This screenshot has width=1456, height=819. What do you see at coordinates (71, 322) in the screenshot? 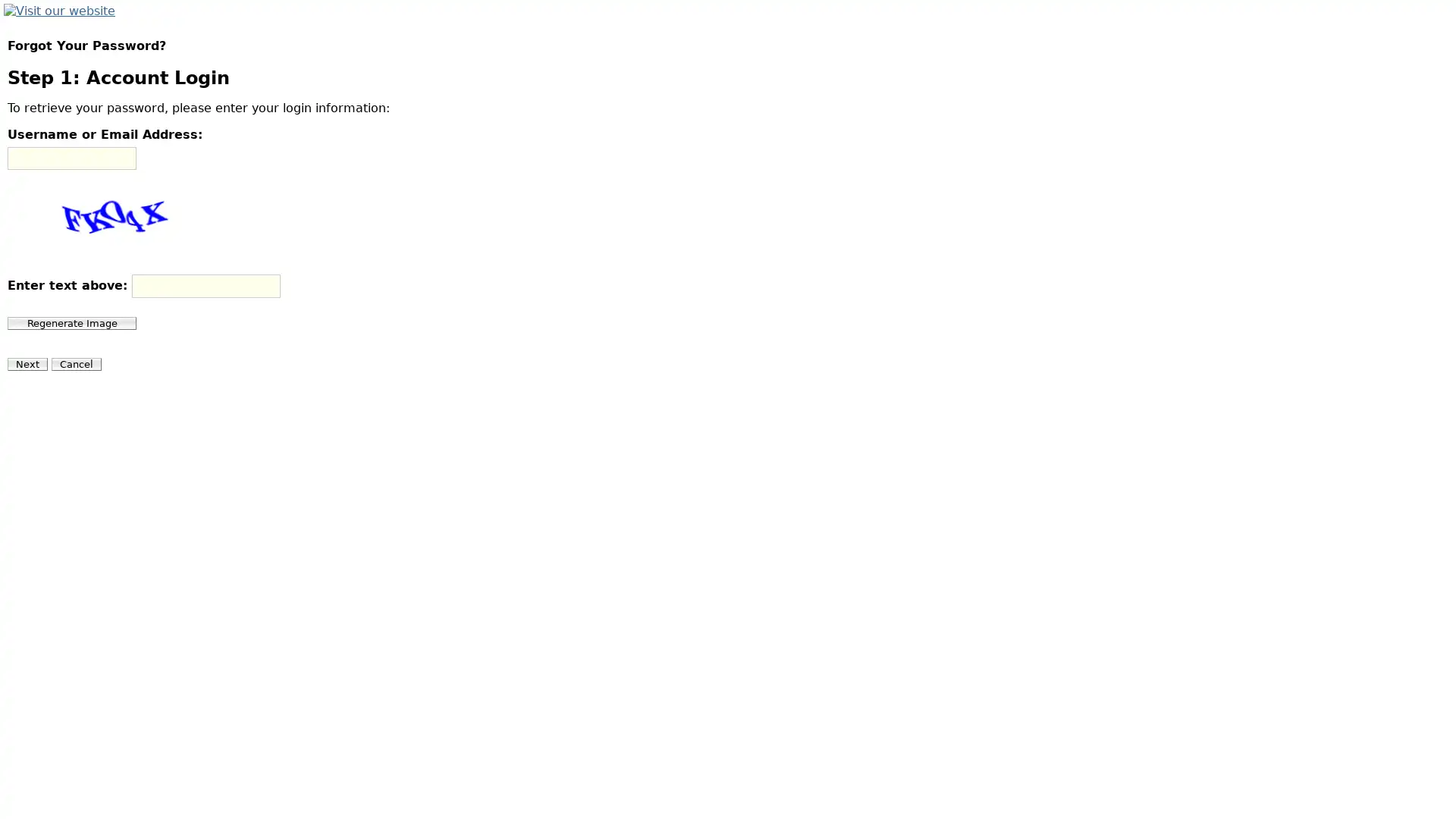
I see `Regenerate Image` at bounding box center [71, 322].